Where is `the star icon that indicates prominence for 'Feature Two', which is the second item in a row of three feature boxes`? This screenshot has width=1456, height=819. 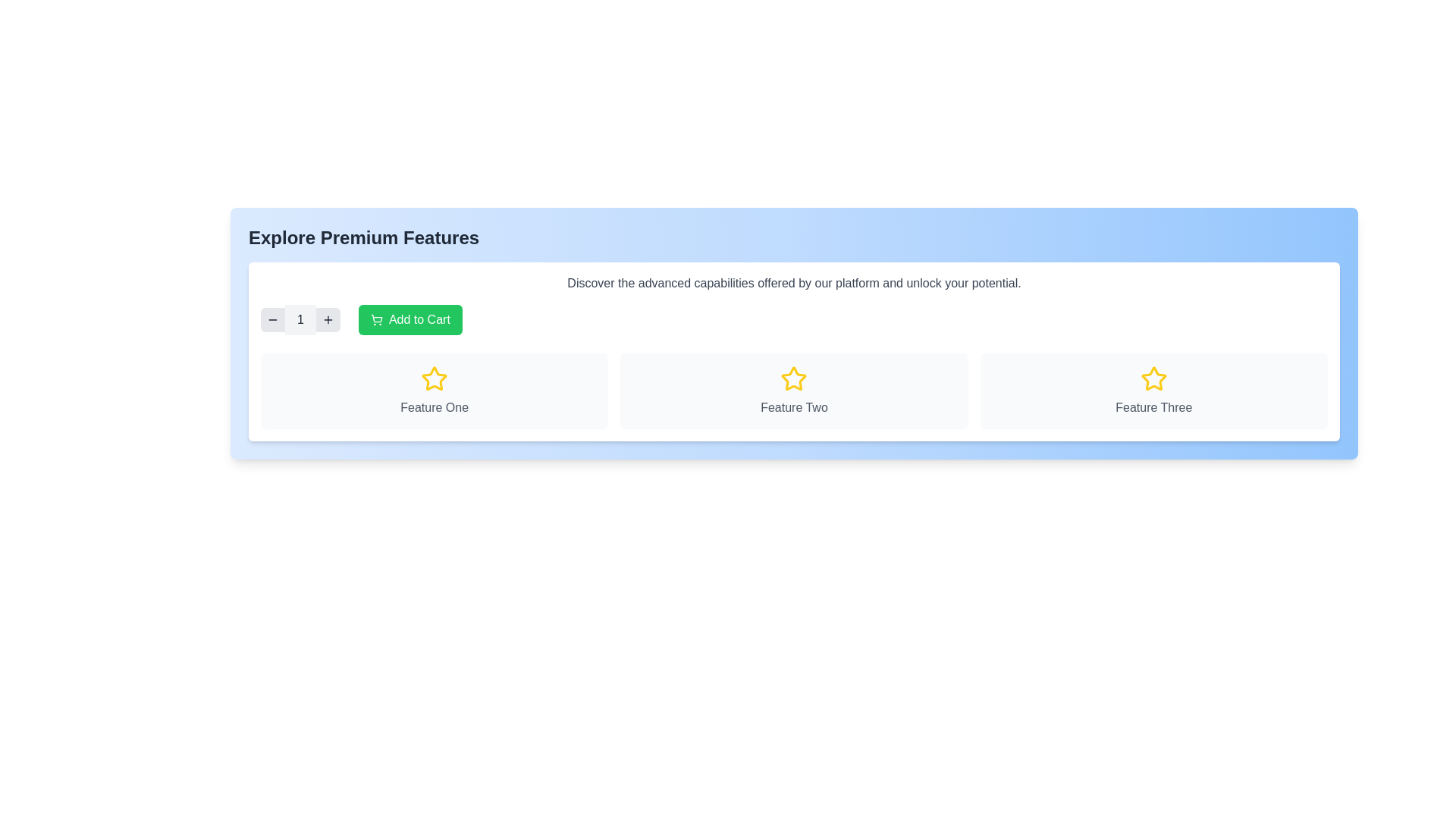 the star icon that indicates prominence for 'Feature Two', which is the second item in a row of three feature boxes is located at coordinates (793, 378).